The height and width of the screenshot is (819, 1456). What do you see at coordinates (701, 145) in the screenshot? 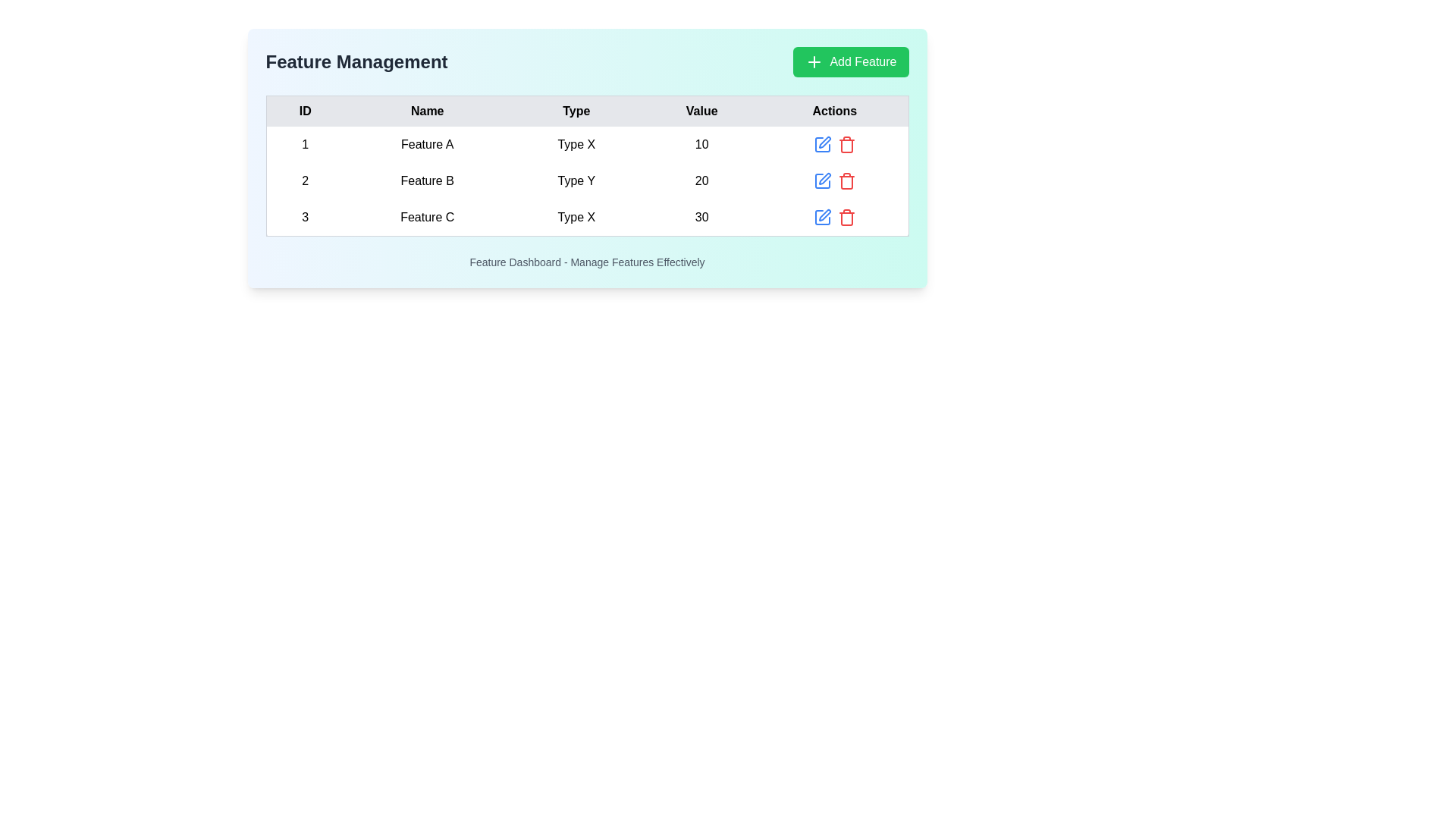
I see `the text label displaying the numerical value '10' in the 'Value' column of the first row of the table` at bounding box center [701, 145].